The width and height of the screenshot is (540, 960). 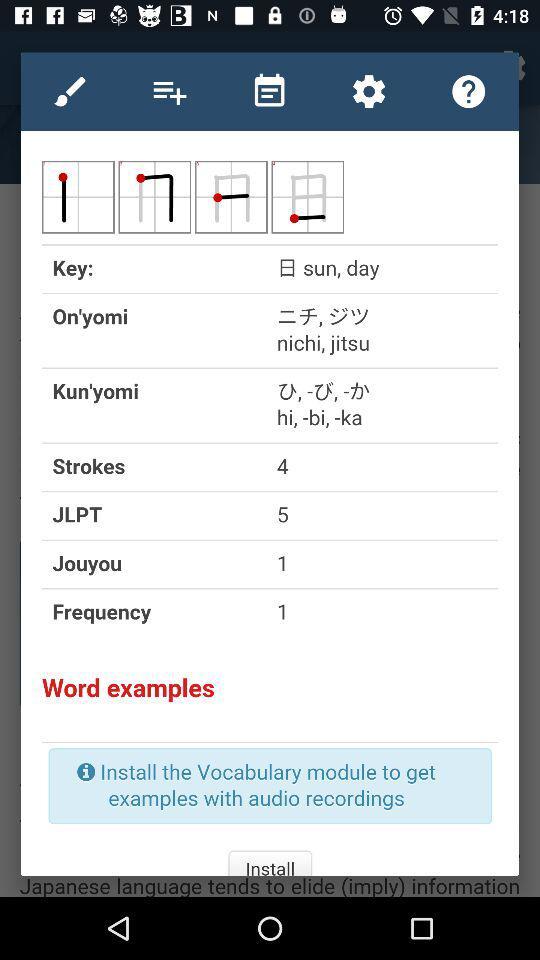 I want to click on help answer questions, so click(x=468, y=91).